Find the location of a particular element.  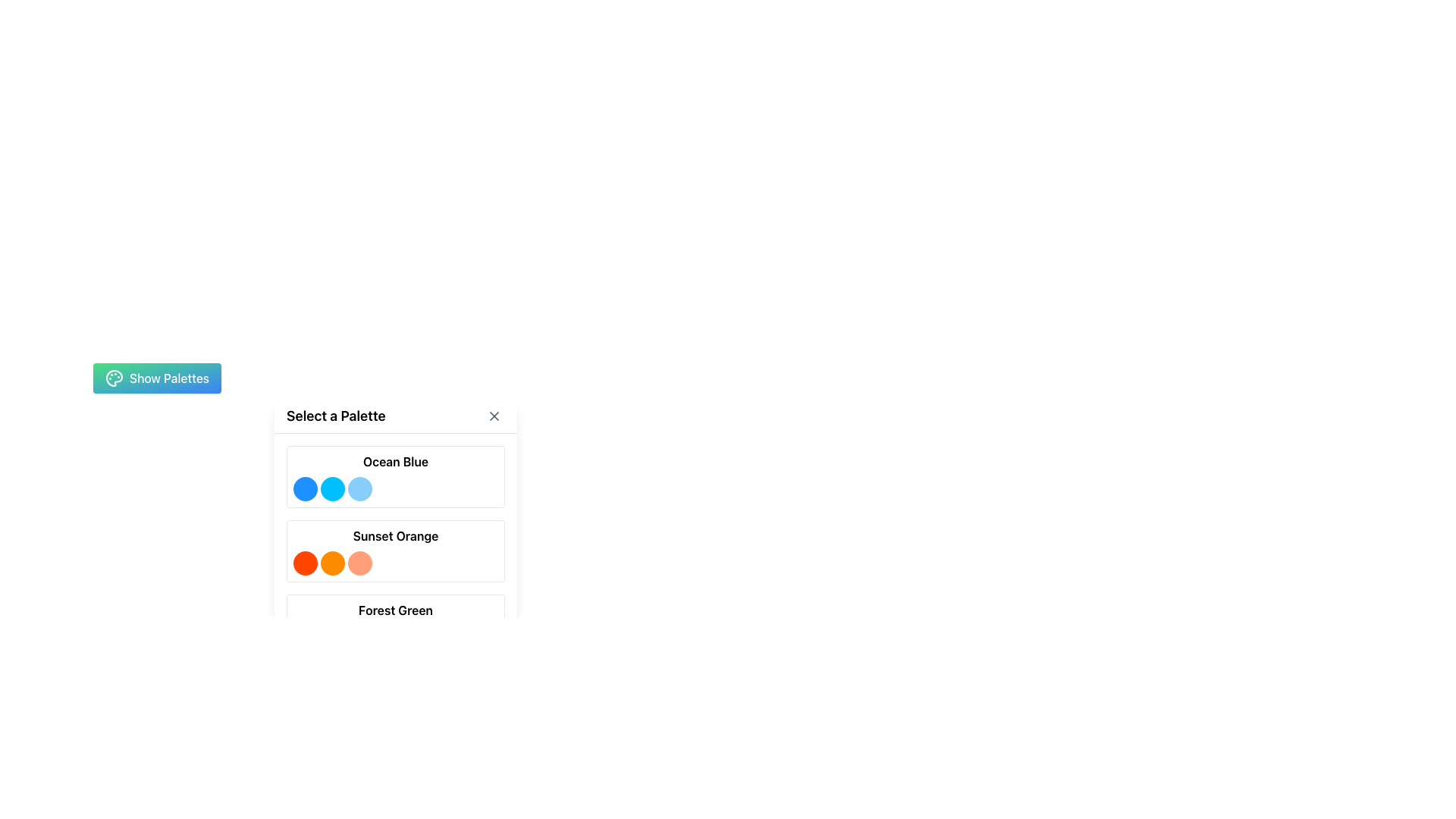

the decorative icon located at the leftmost area inside the 'Show Palettes' button, which visually indicates the purpose of the button is located at coordinates (113, 377).